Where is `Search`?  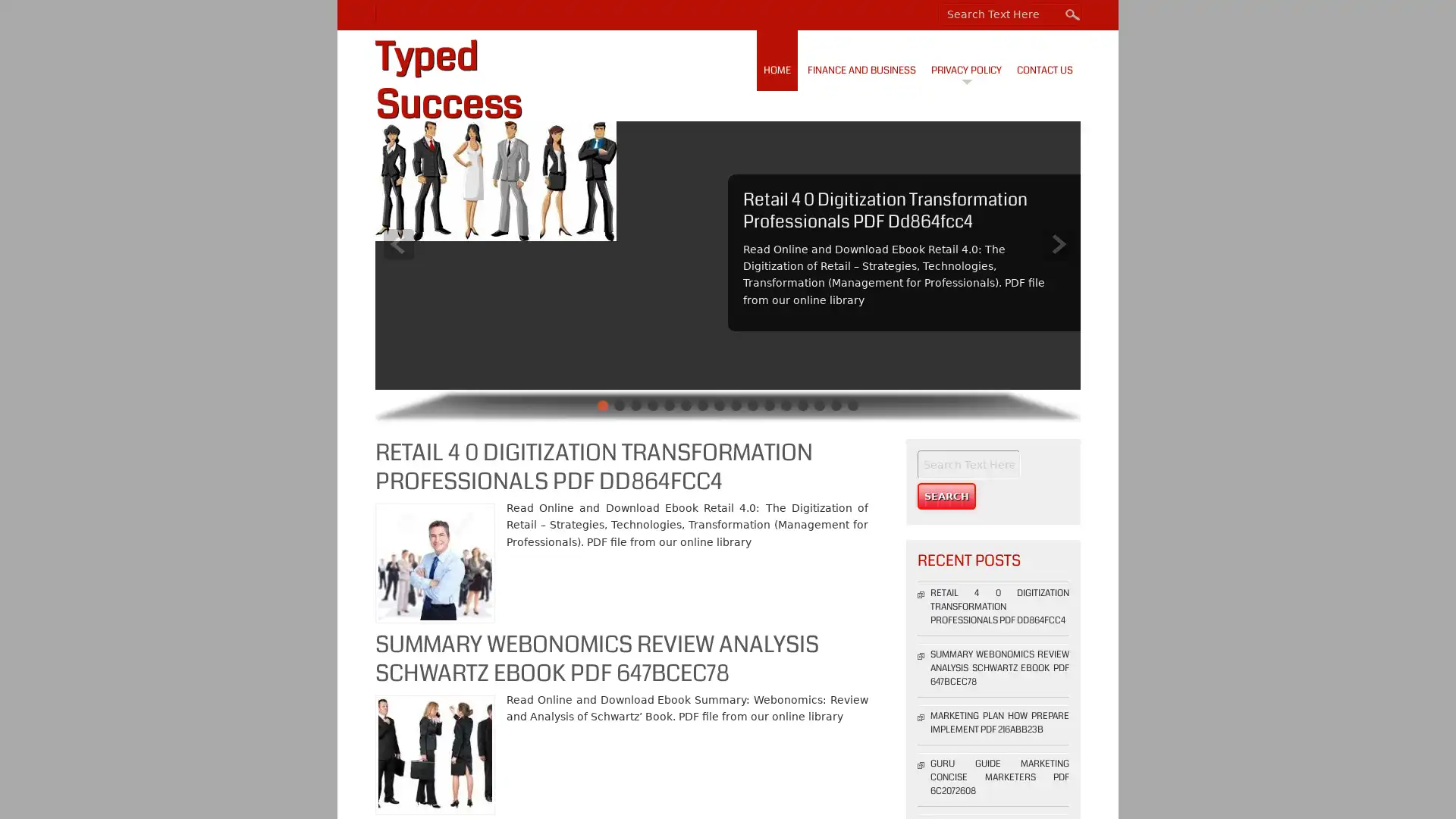
Search is located at coordinates (946, 496).